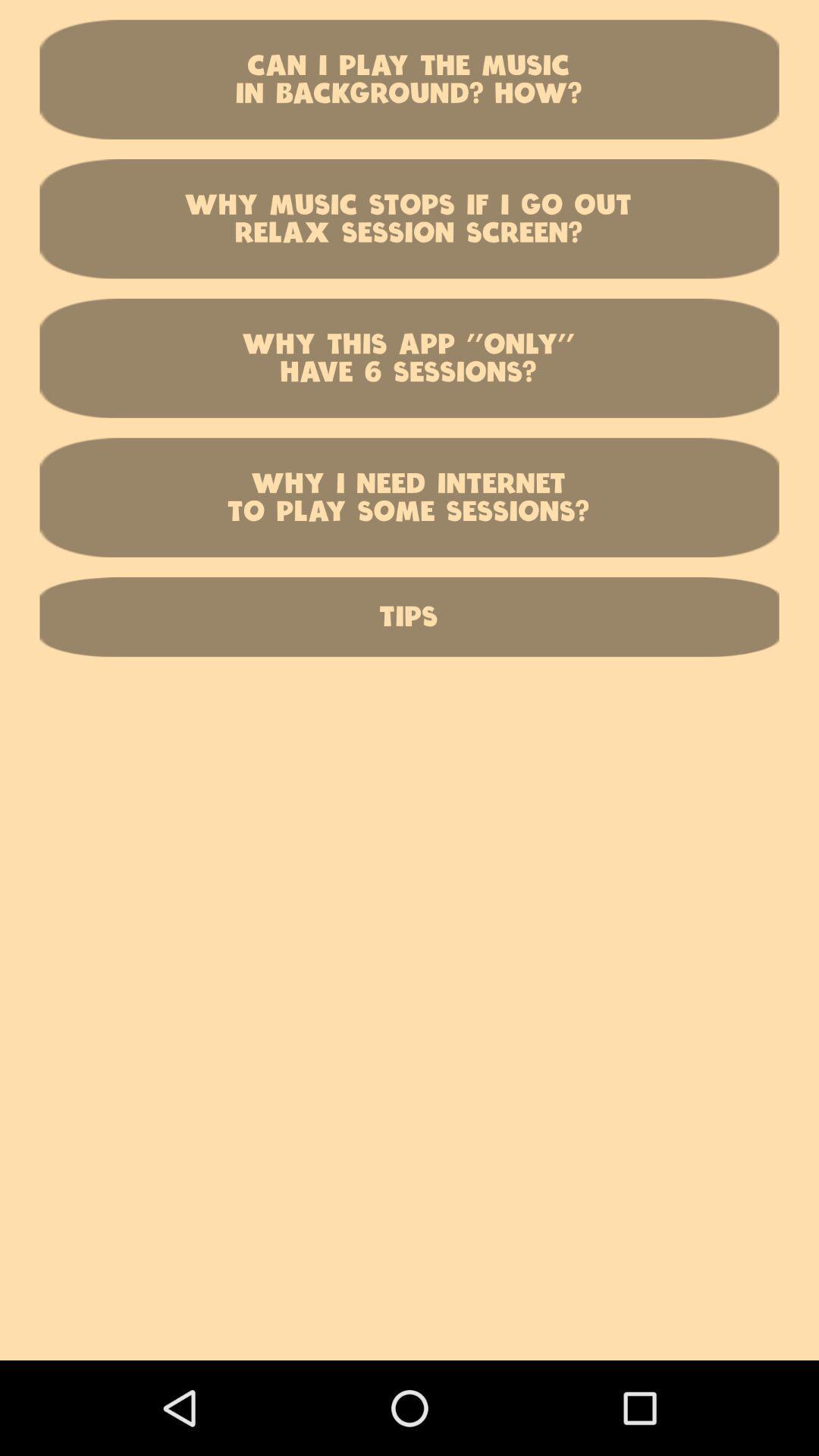 Image resolution: width=819 pixels, height=1456 pixels. What do you see at coordinates (409, 218) in the screenshot?
I see `the item below the can i play item` at bounding box center [409, 218].